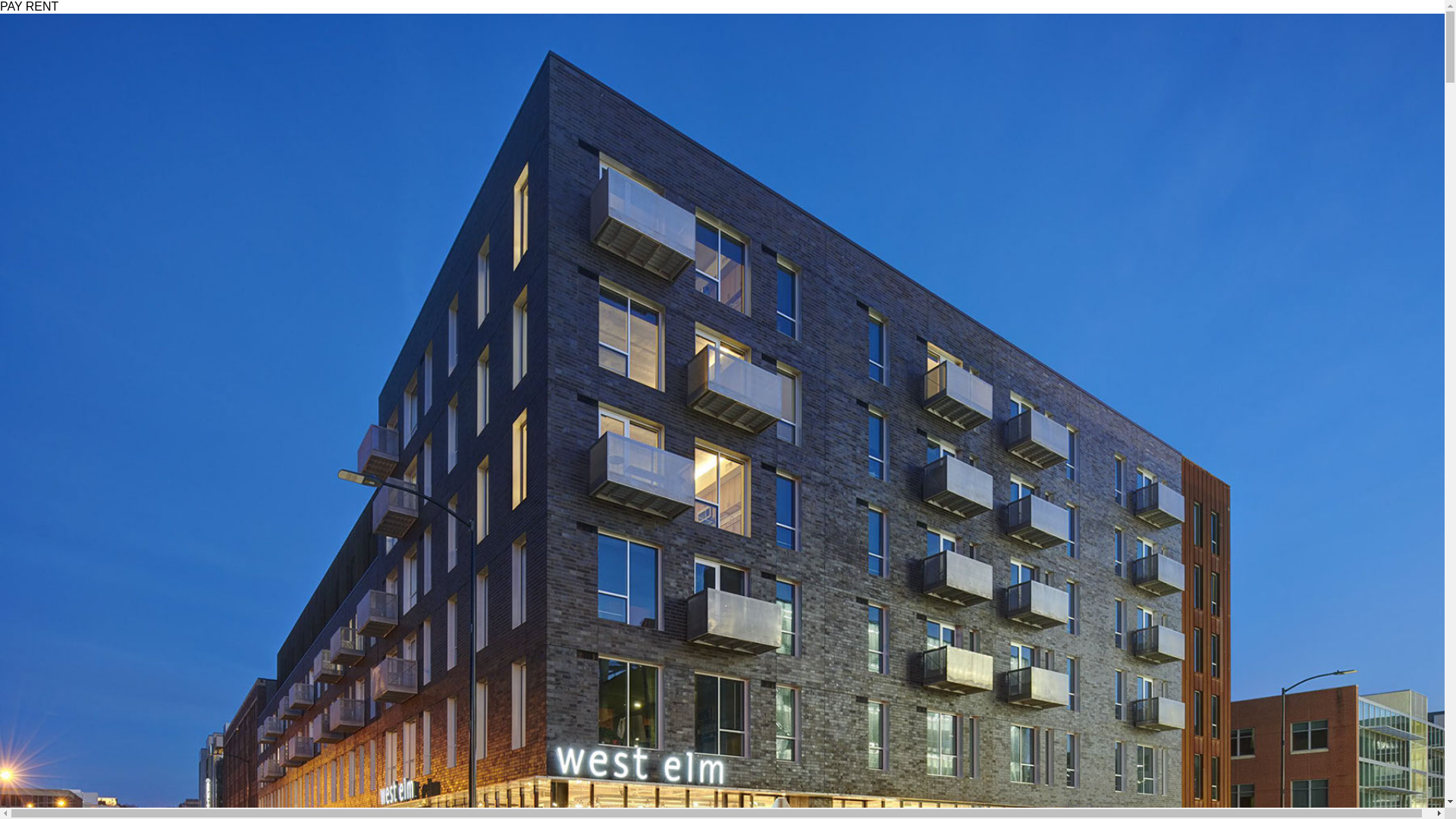  Describe the element at coordinates (29, 6) in the screenshot. I see `'PAY RENT'` at that location.